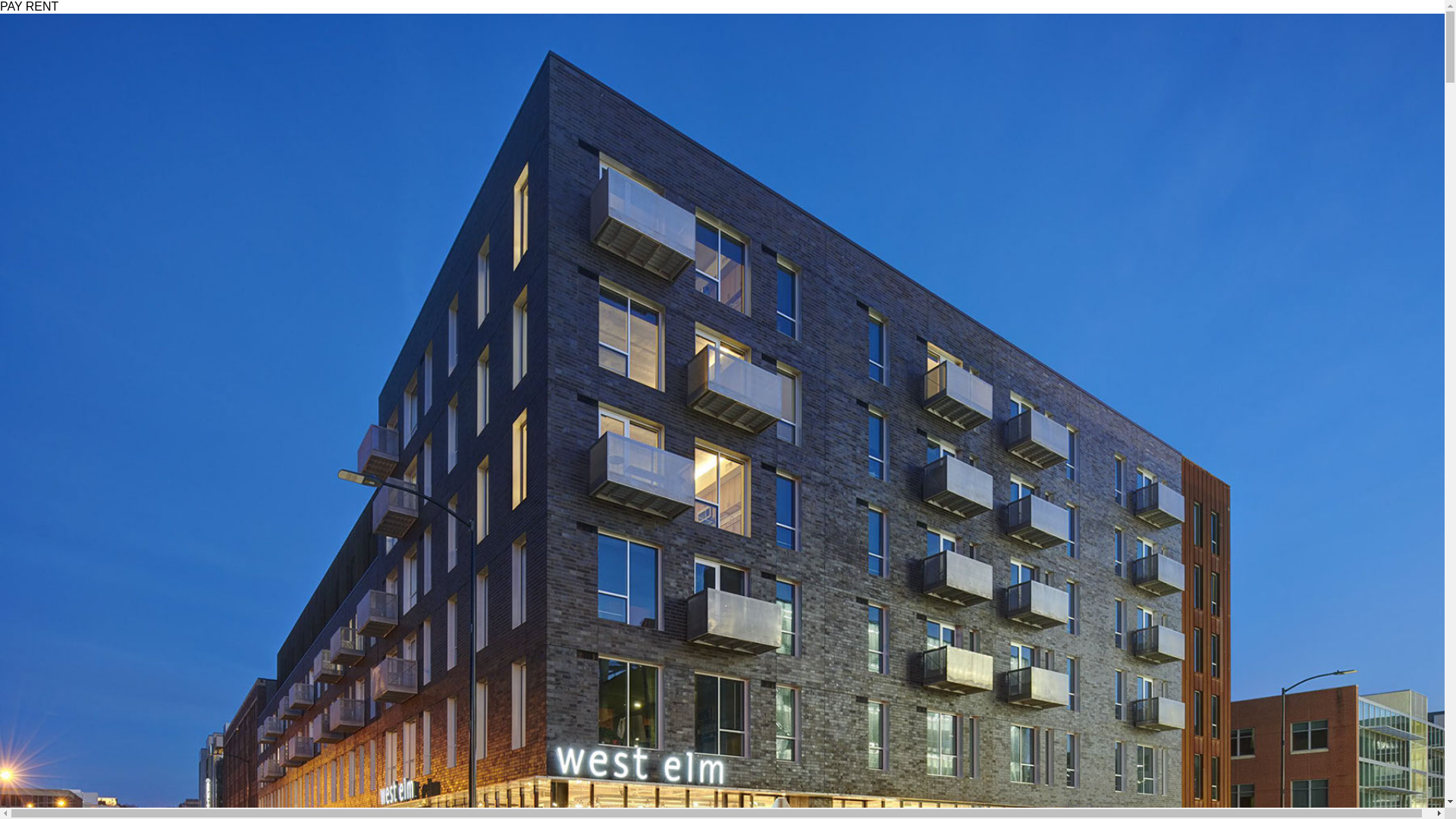  Describe the element at coordinates (29, 6) in the screenshot. I see `'PAY RENT'` at that location.